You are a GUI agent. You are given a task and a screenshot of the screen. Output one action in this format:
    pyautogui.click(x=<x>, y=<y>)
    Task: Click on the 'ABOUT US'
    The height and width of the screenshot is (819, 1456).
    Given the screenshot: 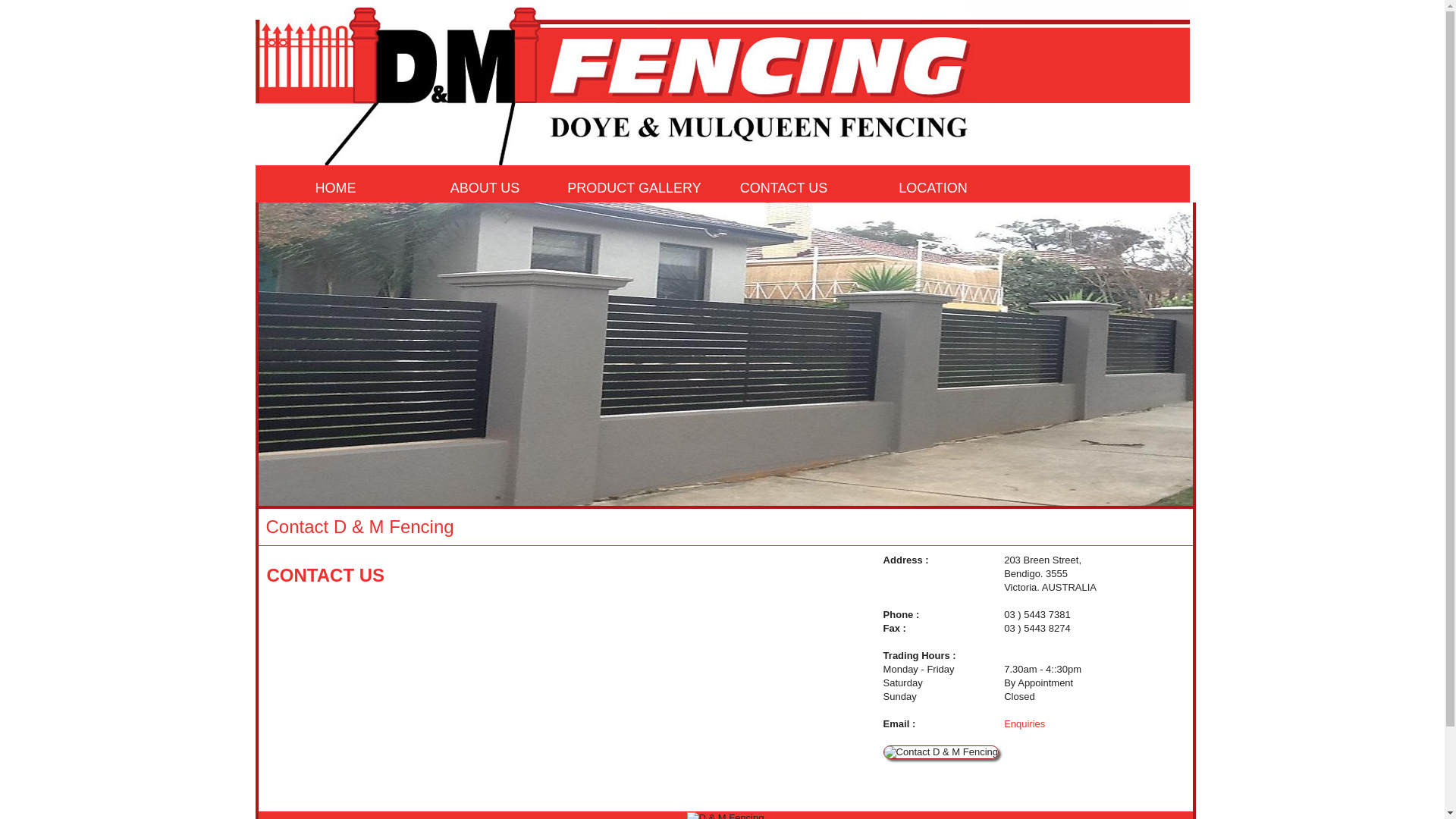 What is the action you would take?
    pyautogui.click(x=412, y=187)
    